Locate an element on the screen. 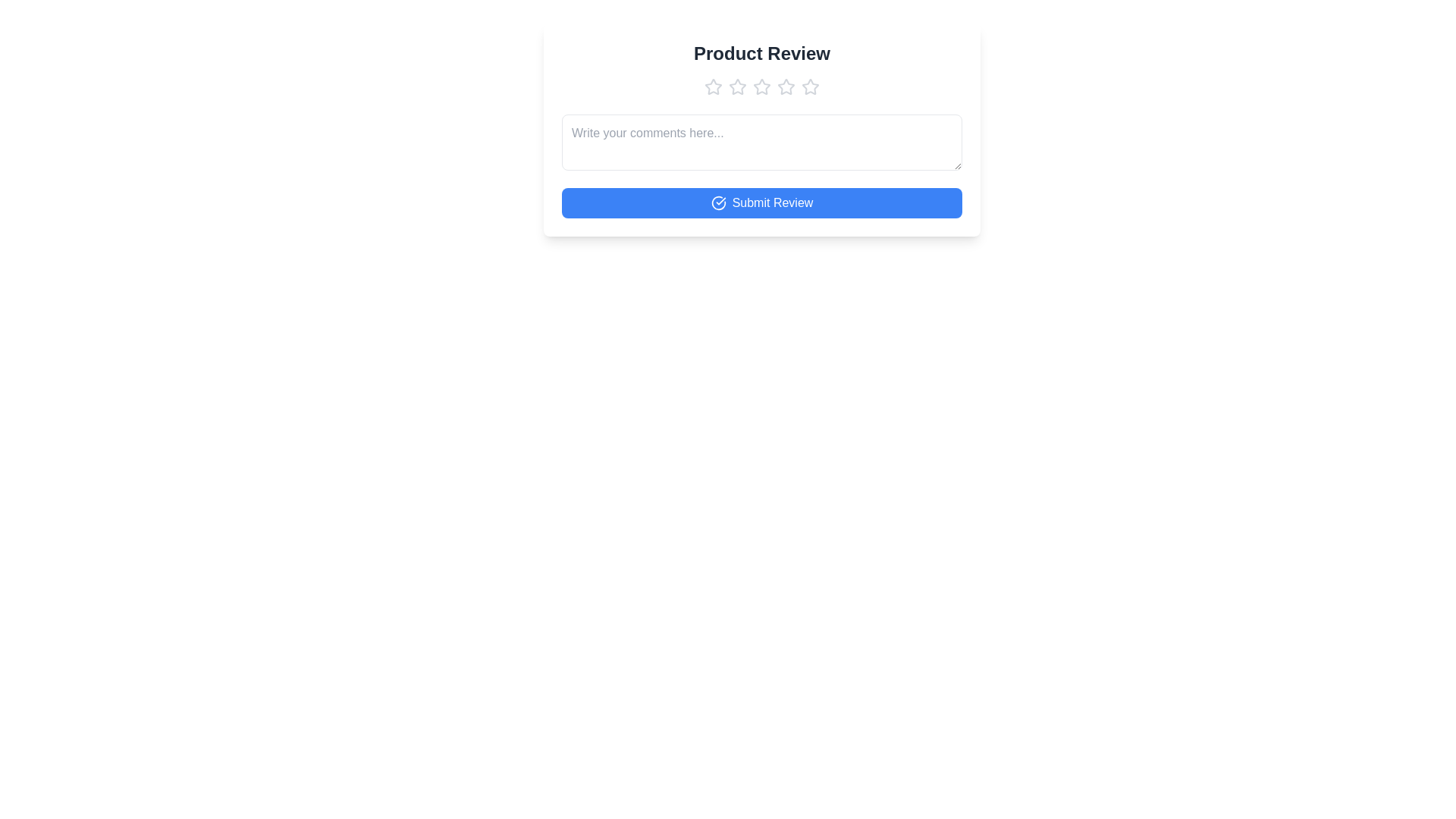 This screenshot has height=819, width=1456. the 'Submit Review' button to submit the review is located at coordinates (761, 202).